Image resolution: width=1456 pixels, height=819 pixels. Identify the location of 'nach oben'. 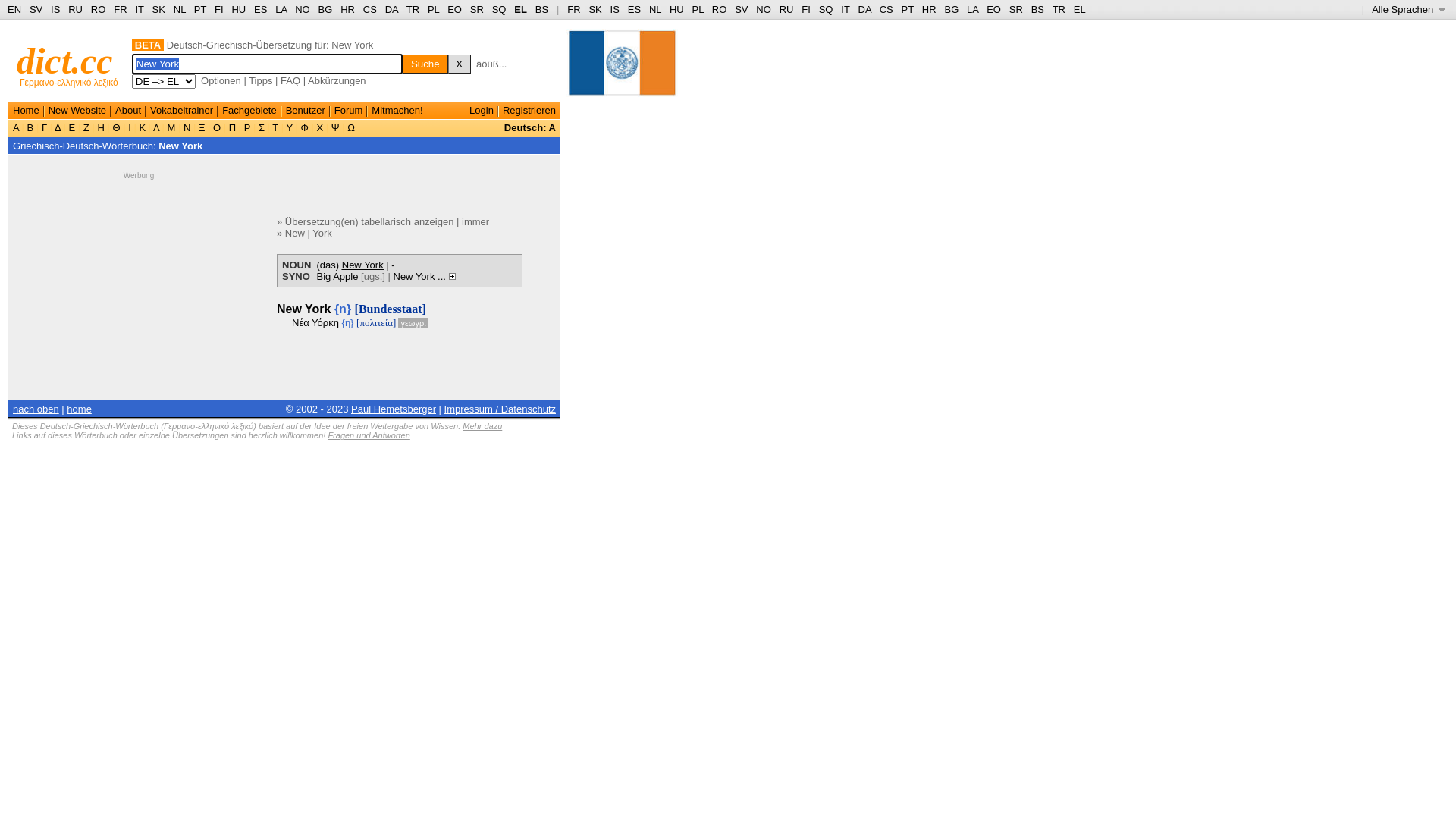
(36, 408).